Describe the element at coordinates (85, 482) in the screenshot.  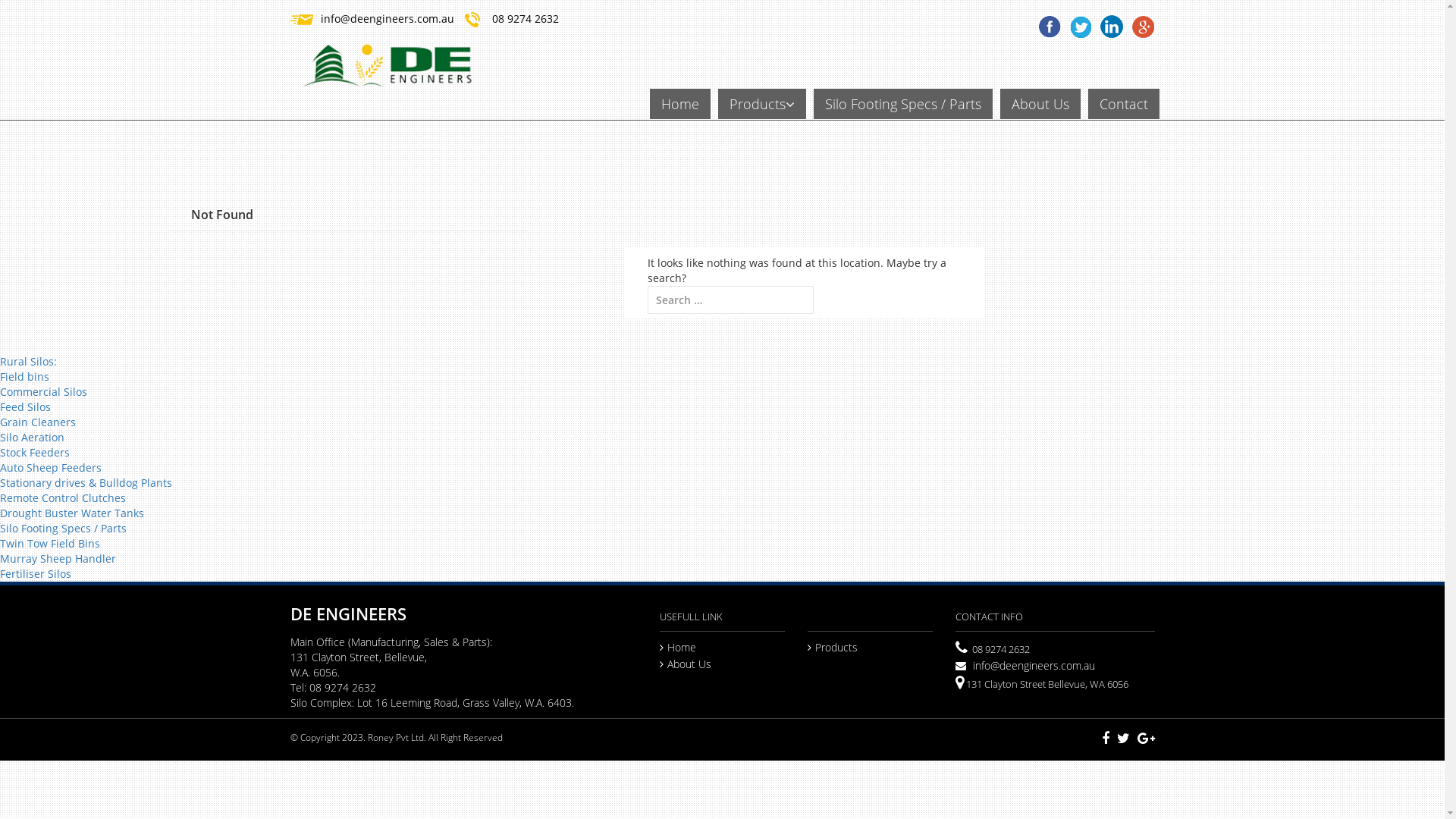
I see `'Stationary drives & Bulldog Plants'` at that location.